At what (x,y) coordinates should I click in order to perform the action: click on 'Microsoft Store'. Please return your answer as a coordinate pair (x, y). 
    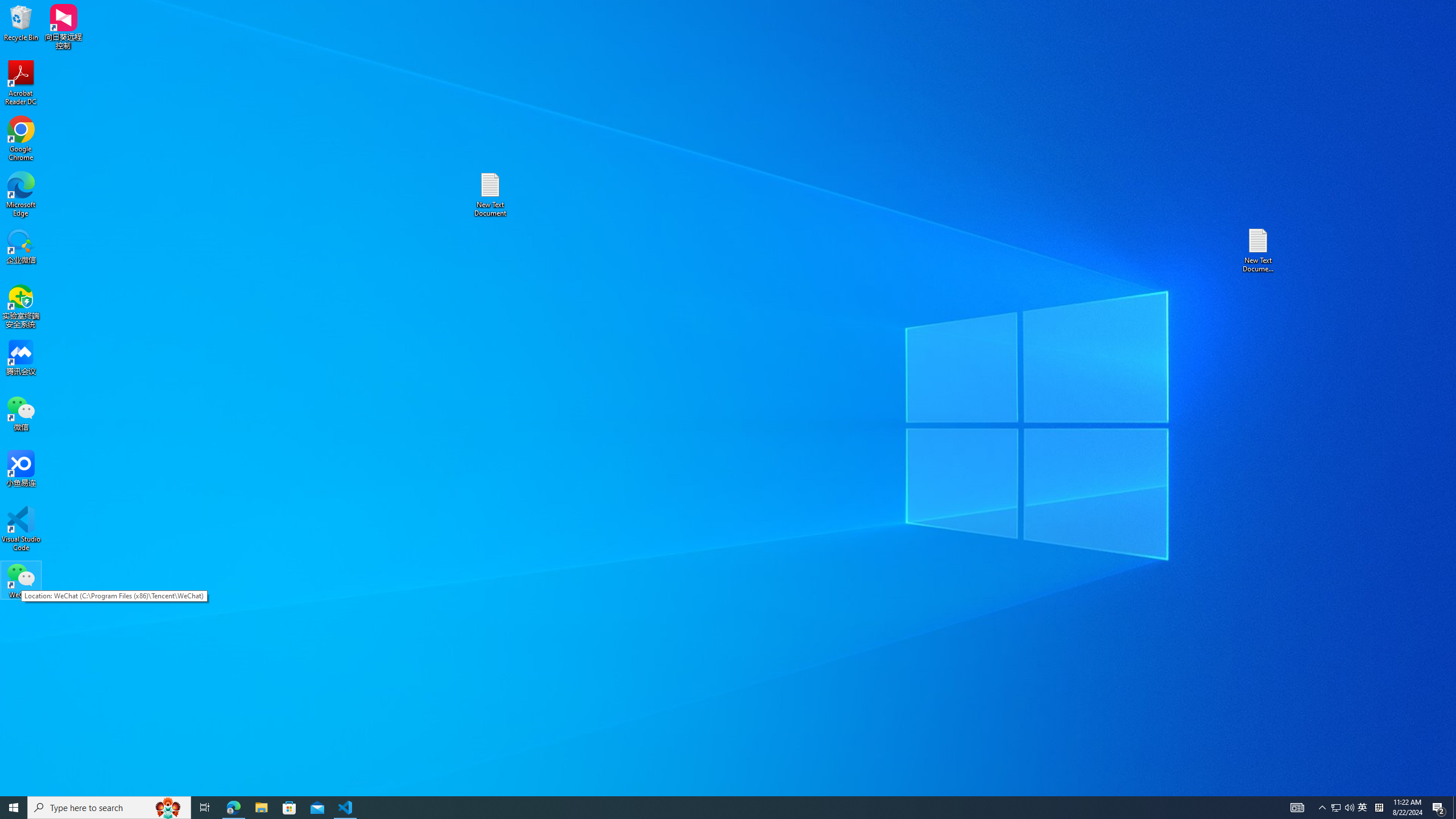
    Looking at the image, I should click on (289, 806).